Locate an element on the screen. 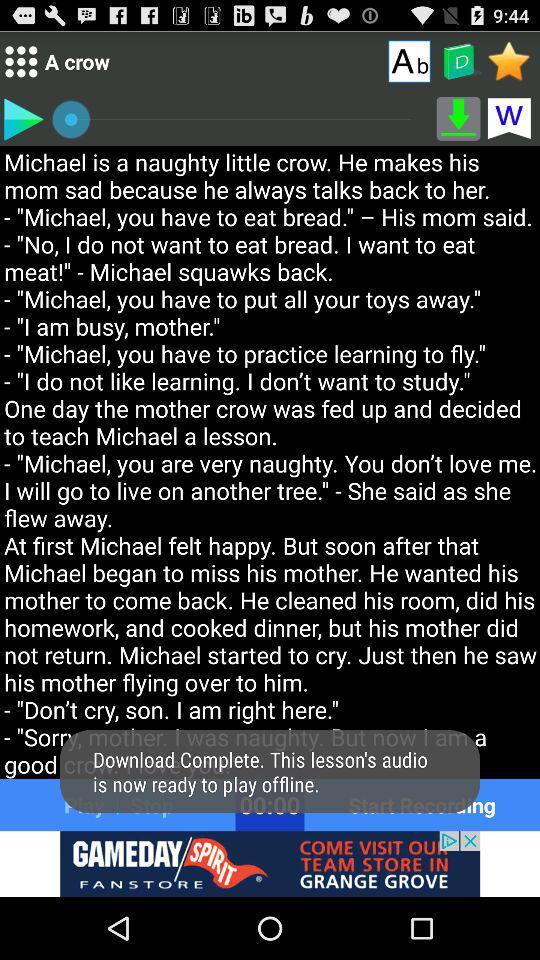  the icon download which is on right hand side is located at coordinates (459, 119).